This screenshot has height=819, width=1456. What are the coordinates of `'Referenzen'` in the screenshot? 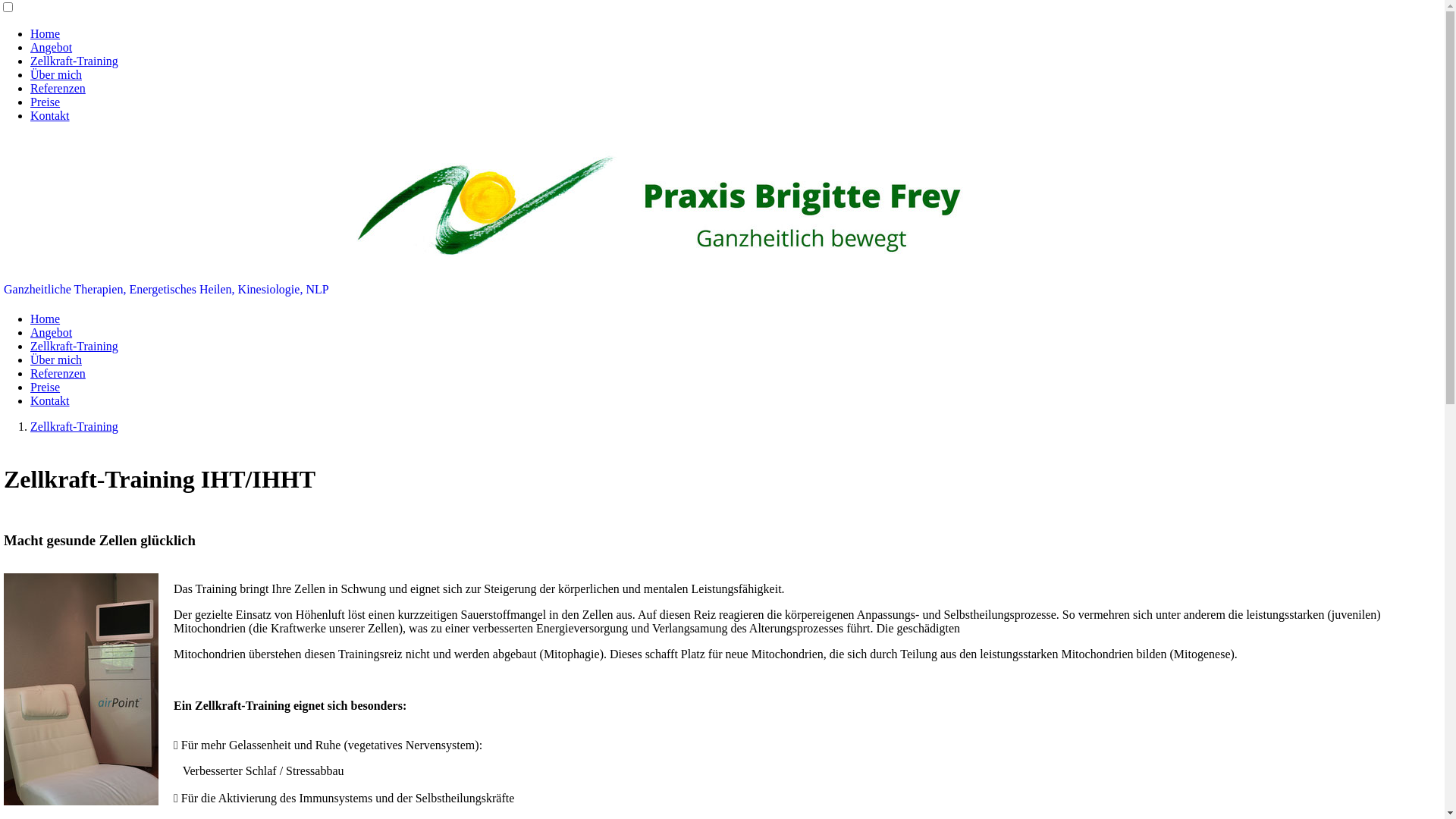 It's located at (58, 88).